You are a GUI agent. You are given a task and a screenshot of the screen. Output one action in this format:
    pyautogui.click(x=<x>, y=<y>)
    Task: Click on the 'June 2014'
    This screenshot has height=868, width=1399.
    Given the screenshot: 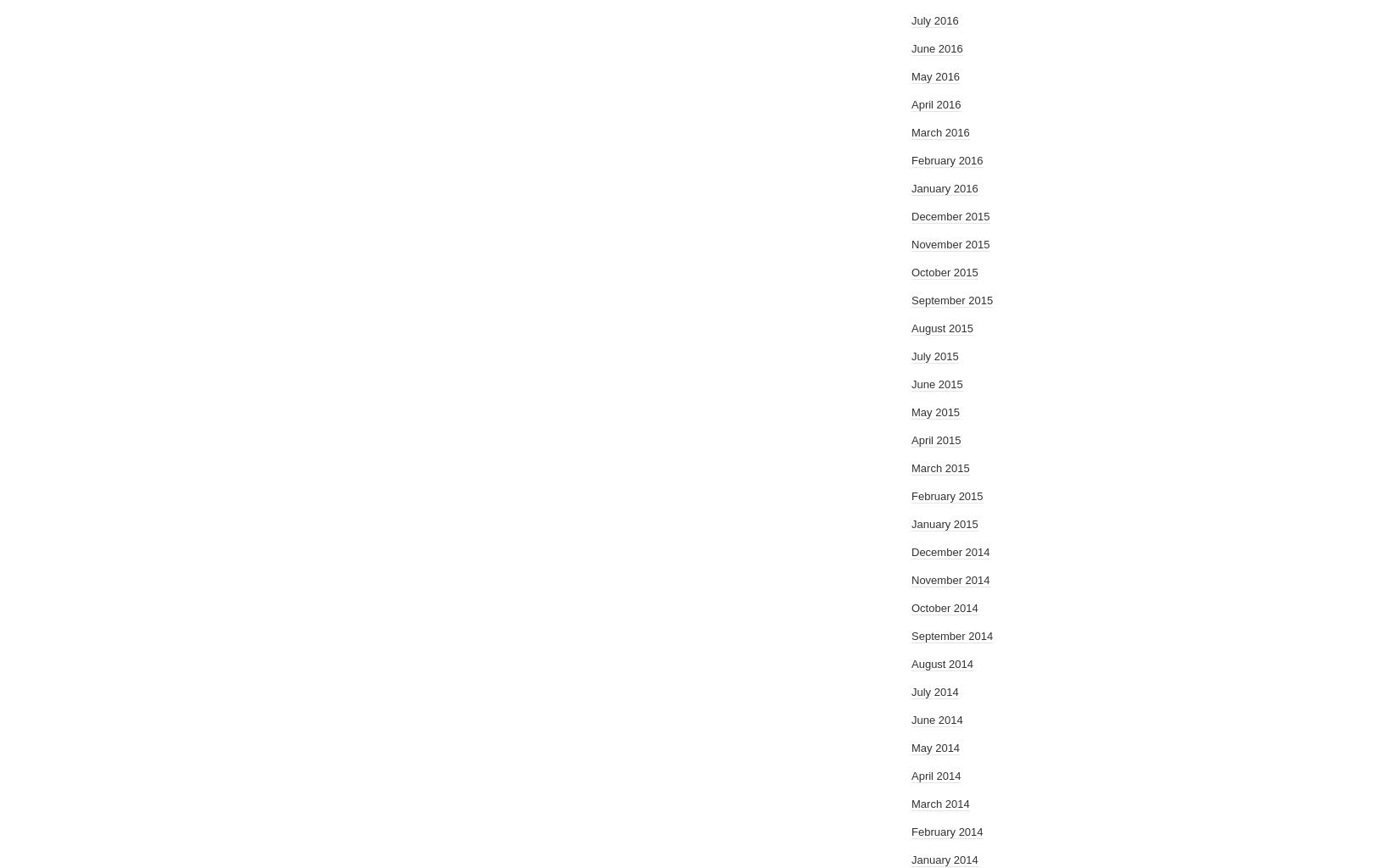 What is the action you would take?
    pyautogui.click(x=937, y=719)
    